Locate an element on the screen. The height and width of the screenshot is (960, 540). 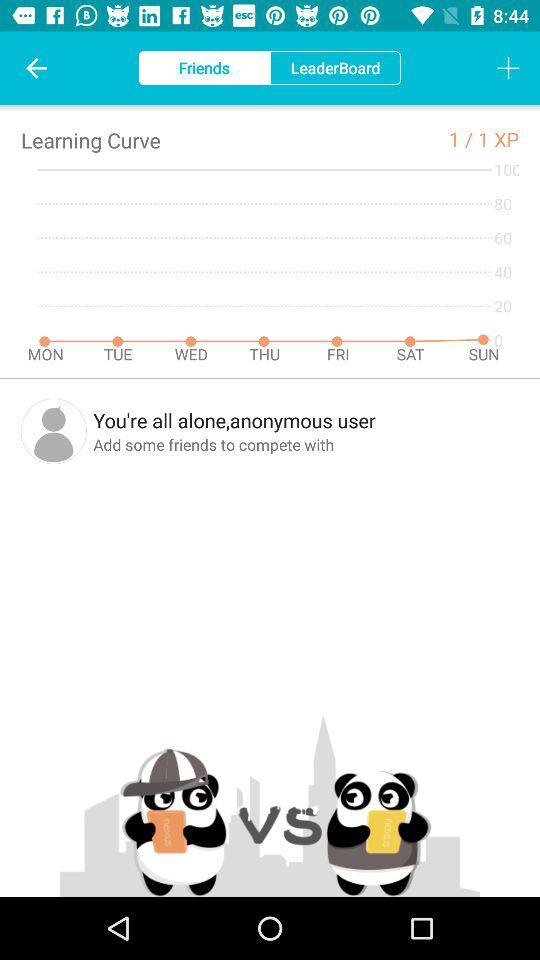
the item next to the friends is located at coordinates (36, 68).